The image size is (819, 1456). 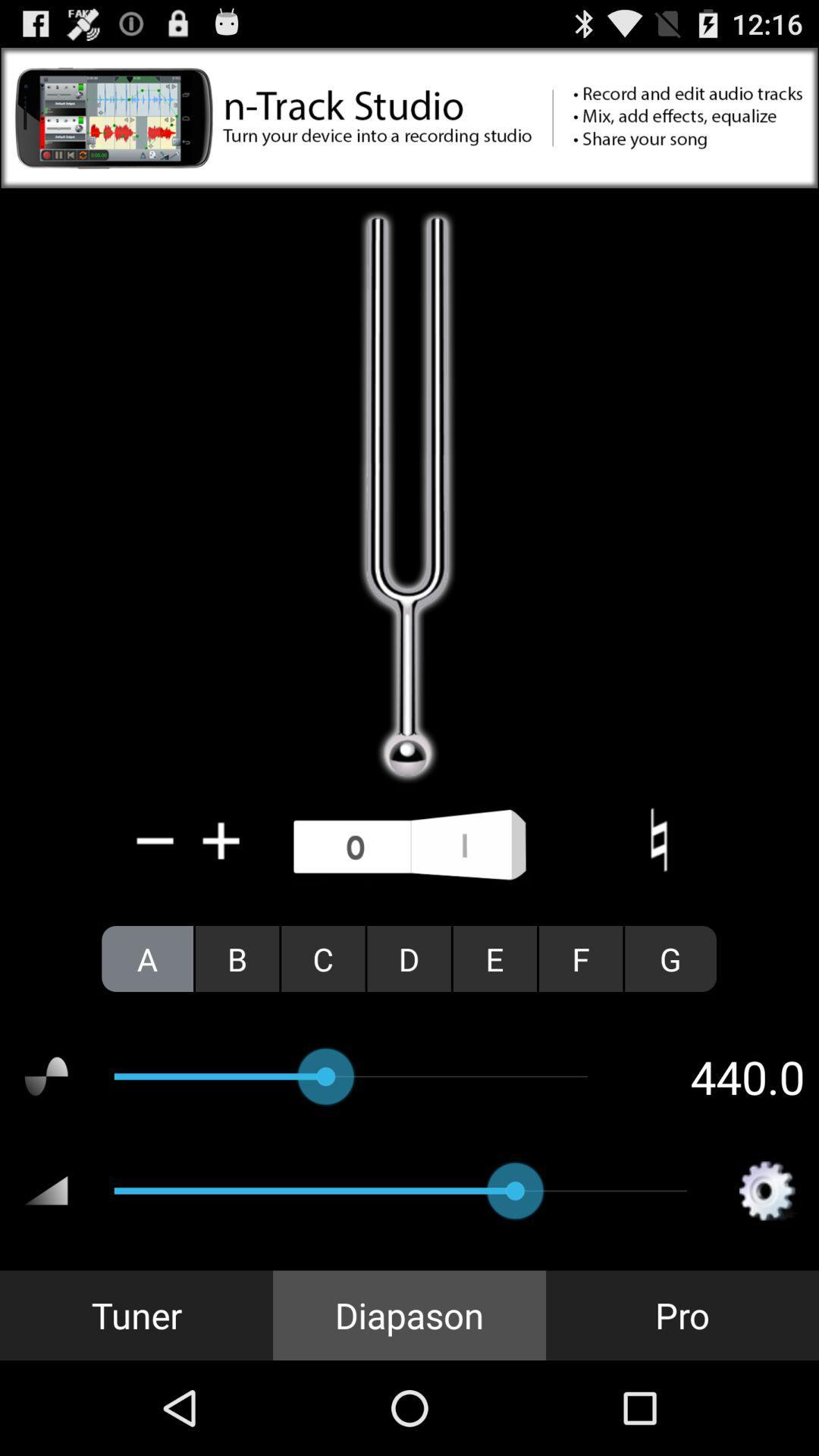 I want to click on increase/more, so click(x=221, y=839).